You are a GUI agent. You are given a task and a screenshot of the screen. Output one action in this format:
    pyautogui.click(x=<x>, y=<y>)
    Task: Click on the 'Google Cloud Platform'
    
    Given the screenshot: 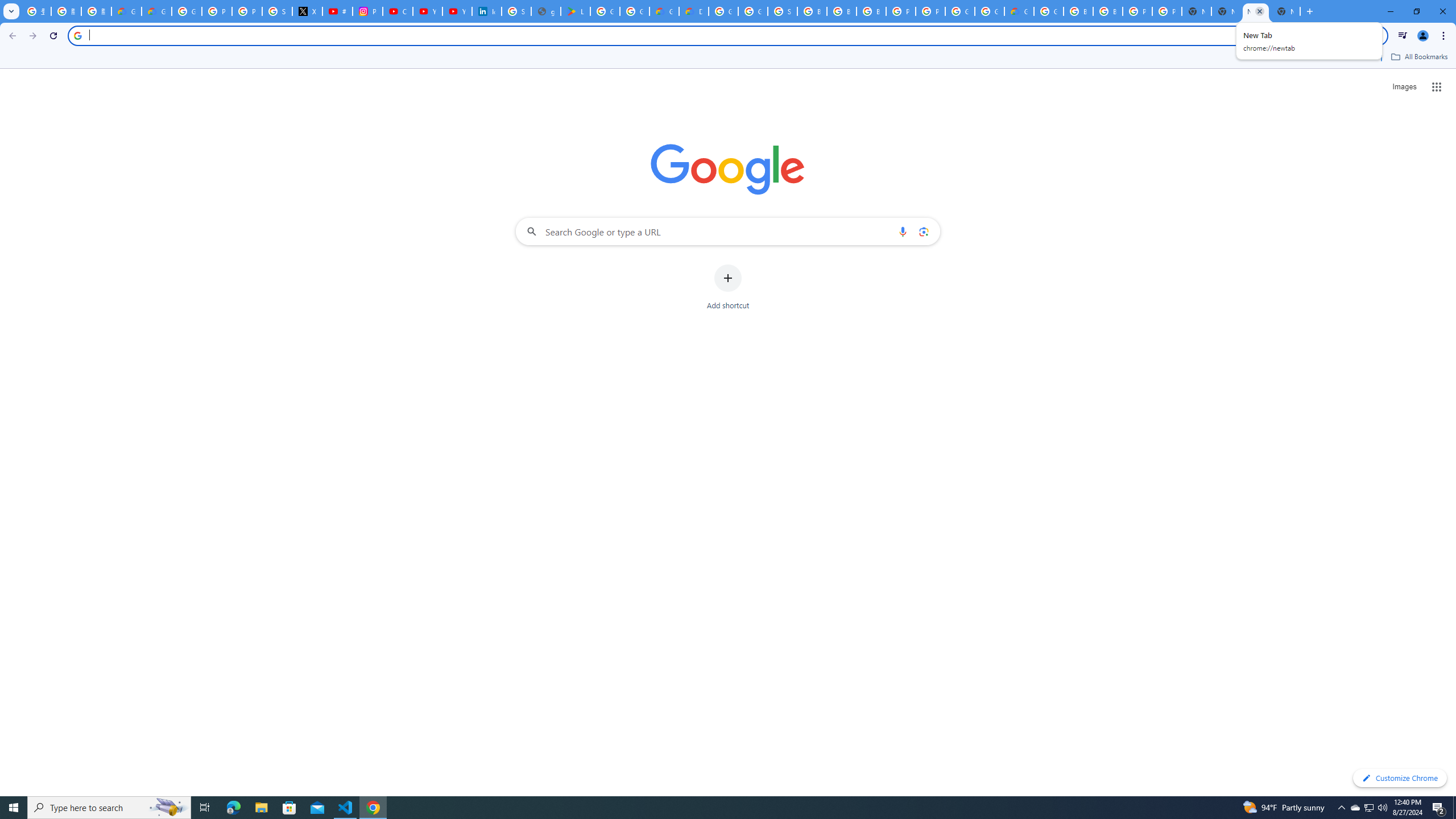 What is the action you would take?
    pyautogui.click(x=959, y=11)
    